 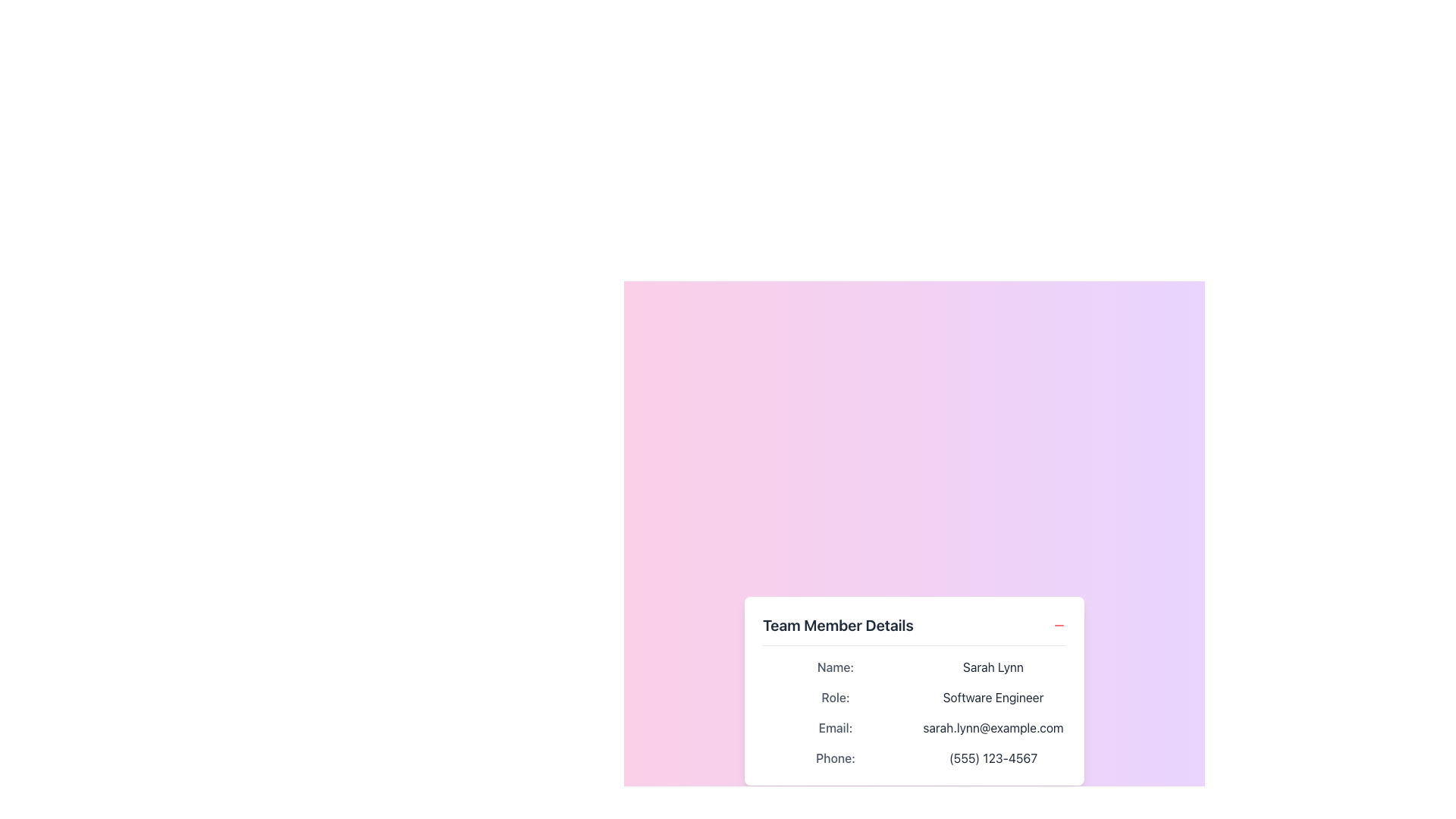 I want to click on the text display showing the phone number '(555) 123-4567' in dark gray, located in the bottom-right corner of a two-column grid layout, following the 'Phone:' label, so click(x=993, y=758).